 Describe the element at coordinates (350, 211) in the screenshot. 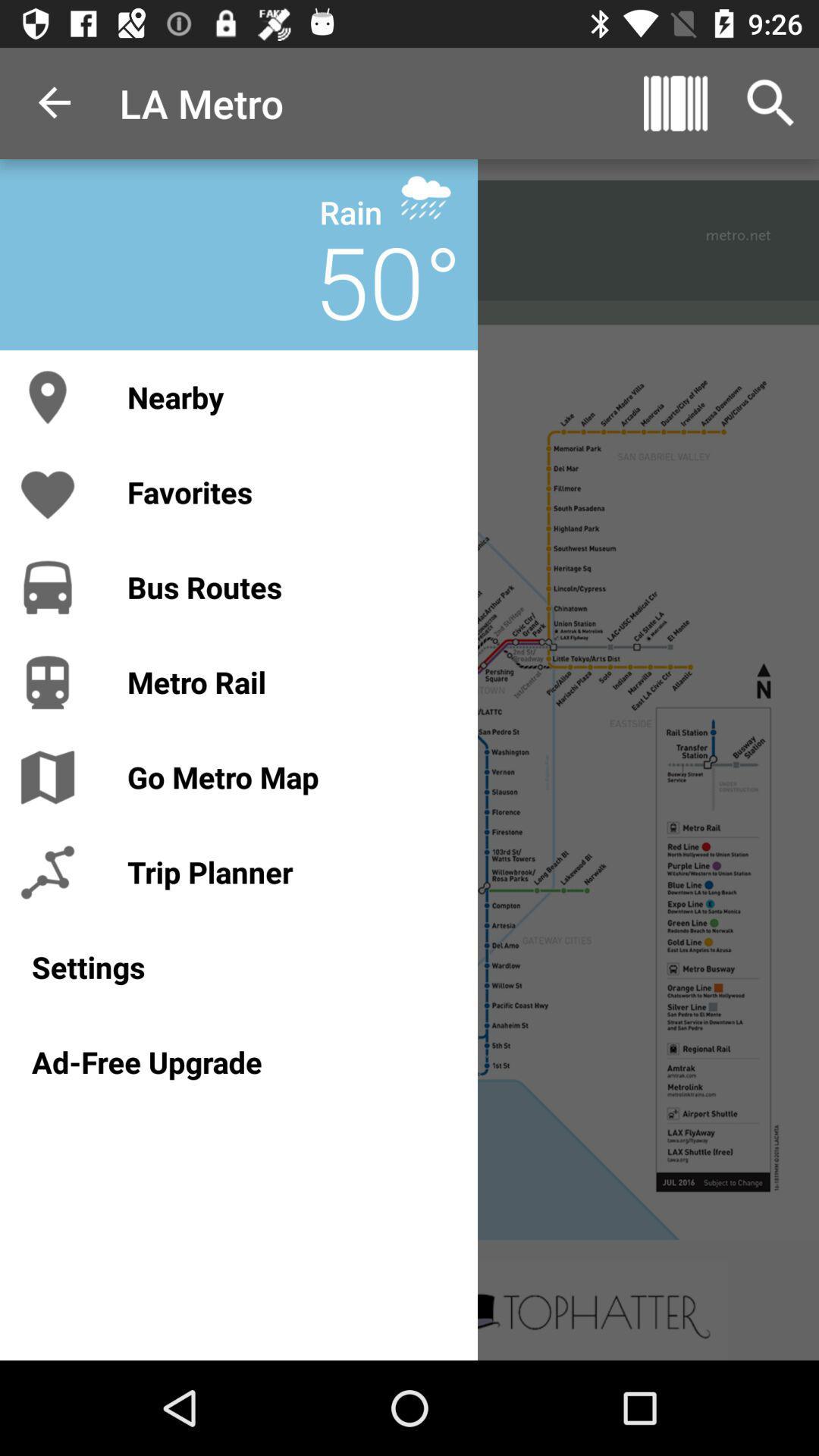

I see `the rain` at that location.